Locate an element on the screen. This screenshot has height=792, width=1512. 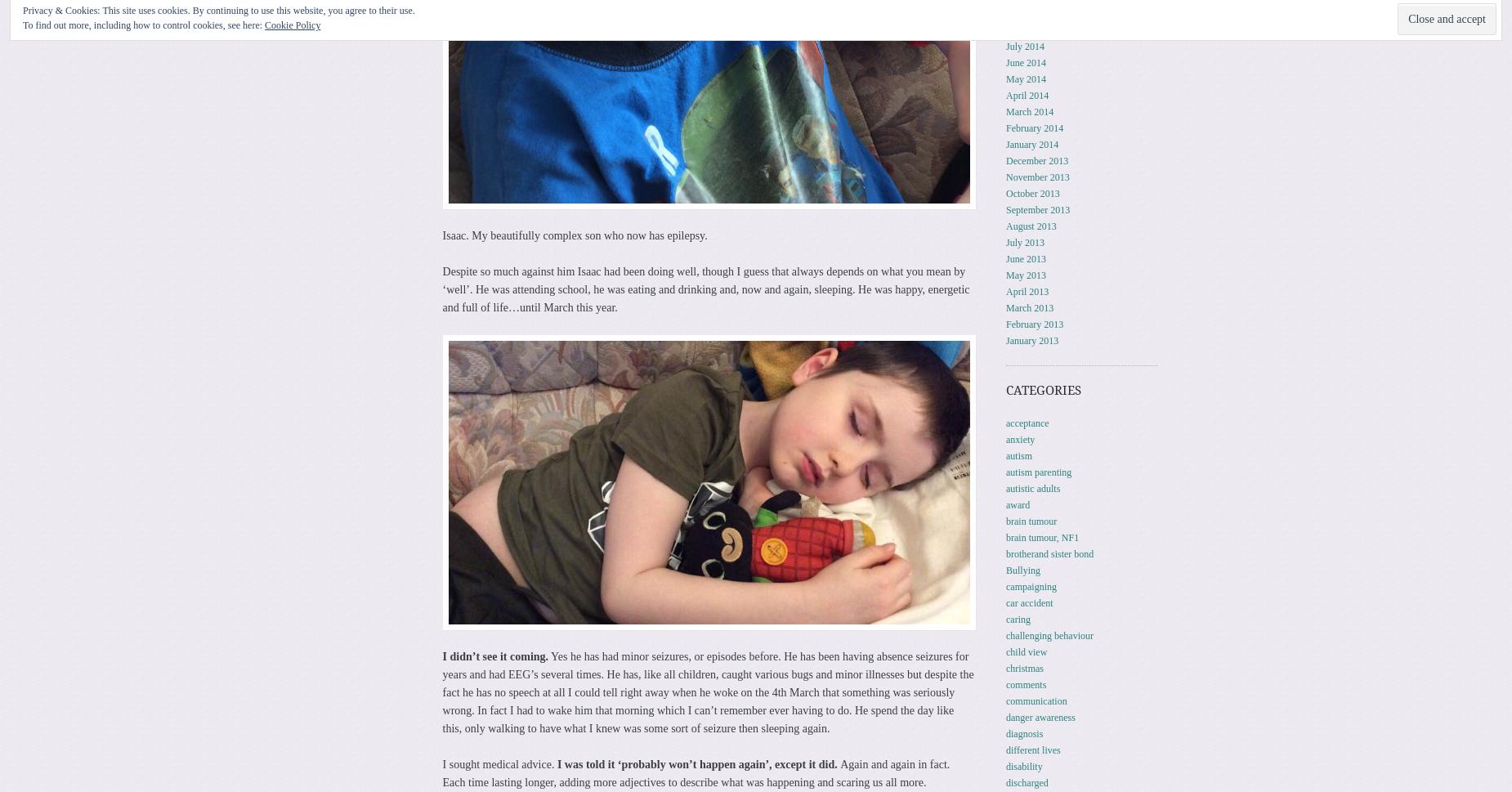
'August 2013' is located at coordinates (1004, 225).